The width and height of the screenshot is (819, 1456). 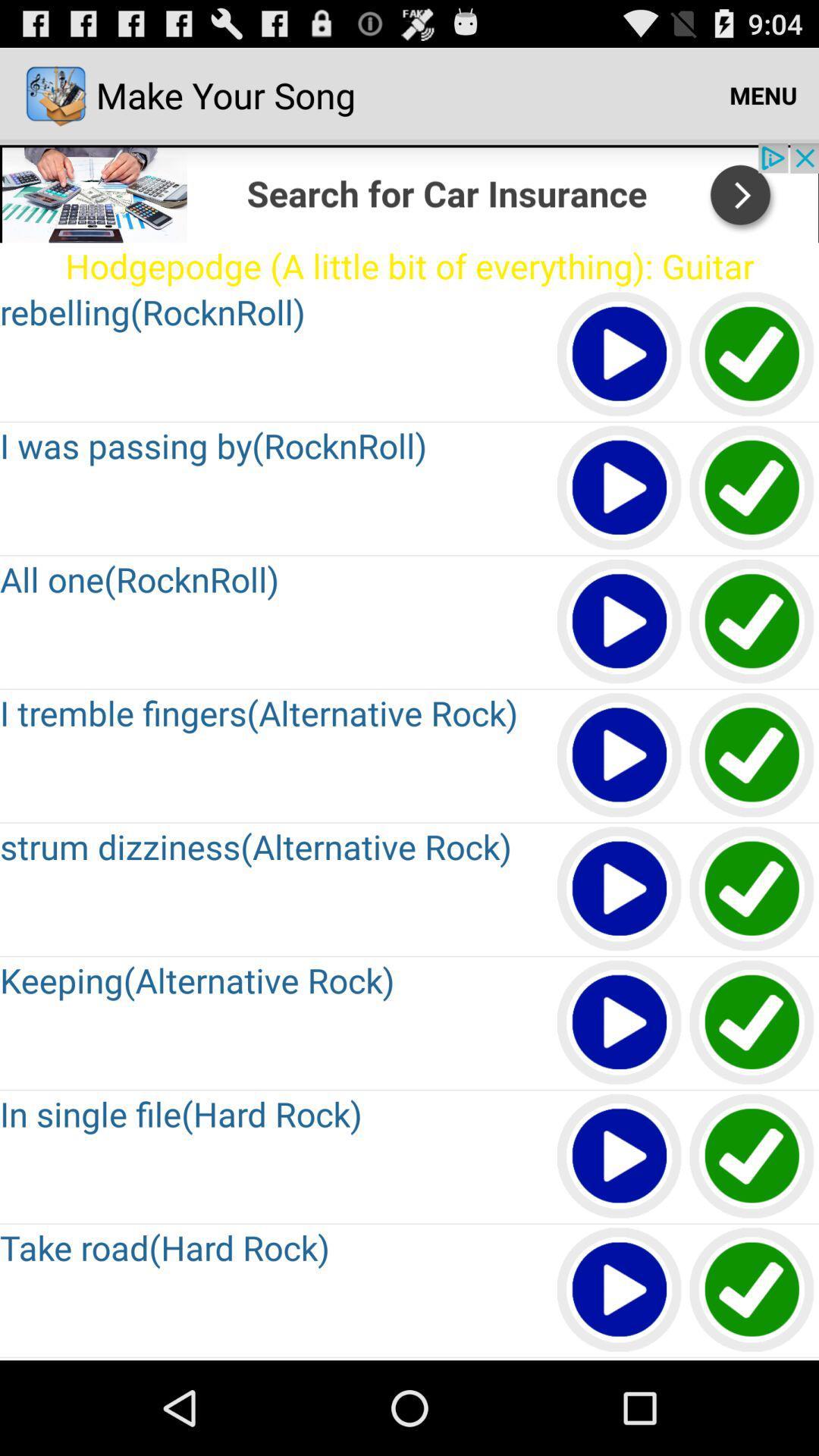 What do you see at coordinates (752, 1290) in the screenshot?
I see `download option` at bounding box center [752, 1290].